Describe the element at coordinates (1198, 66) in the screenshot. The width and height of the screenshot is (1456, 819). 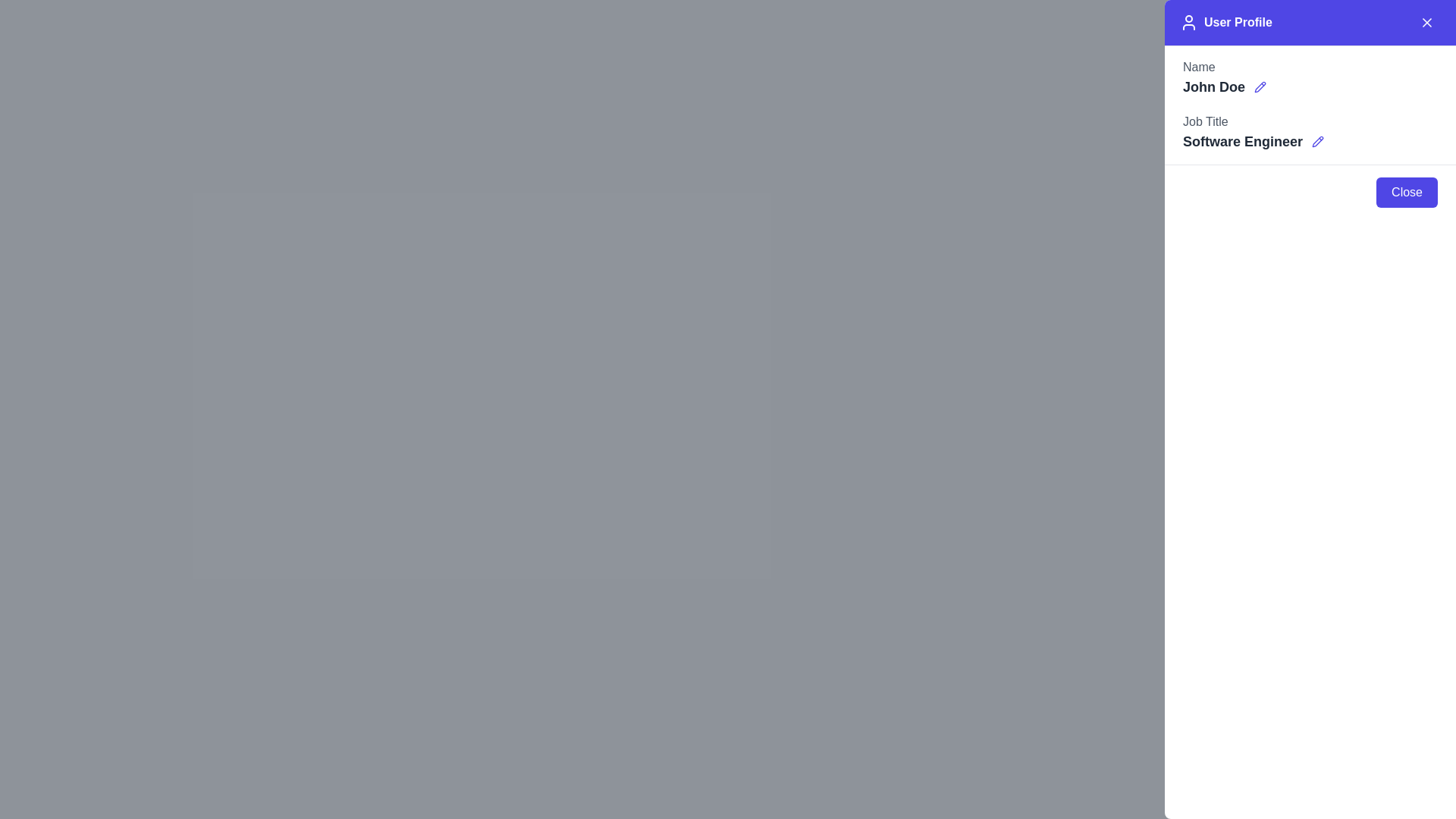
I see `the static text label displaying 'Name', which is positioned above the user name 'John Doe' in the 'User Profile' section` at that location.